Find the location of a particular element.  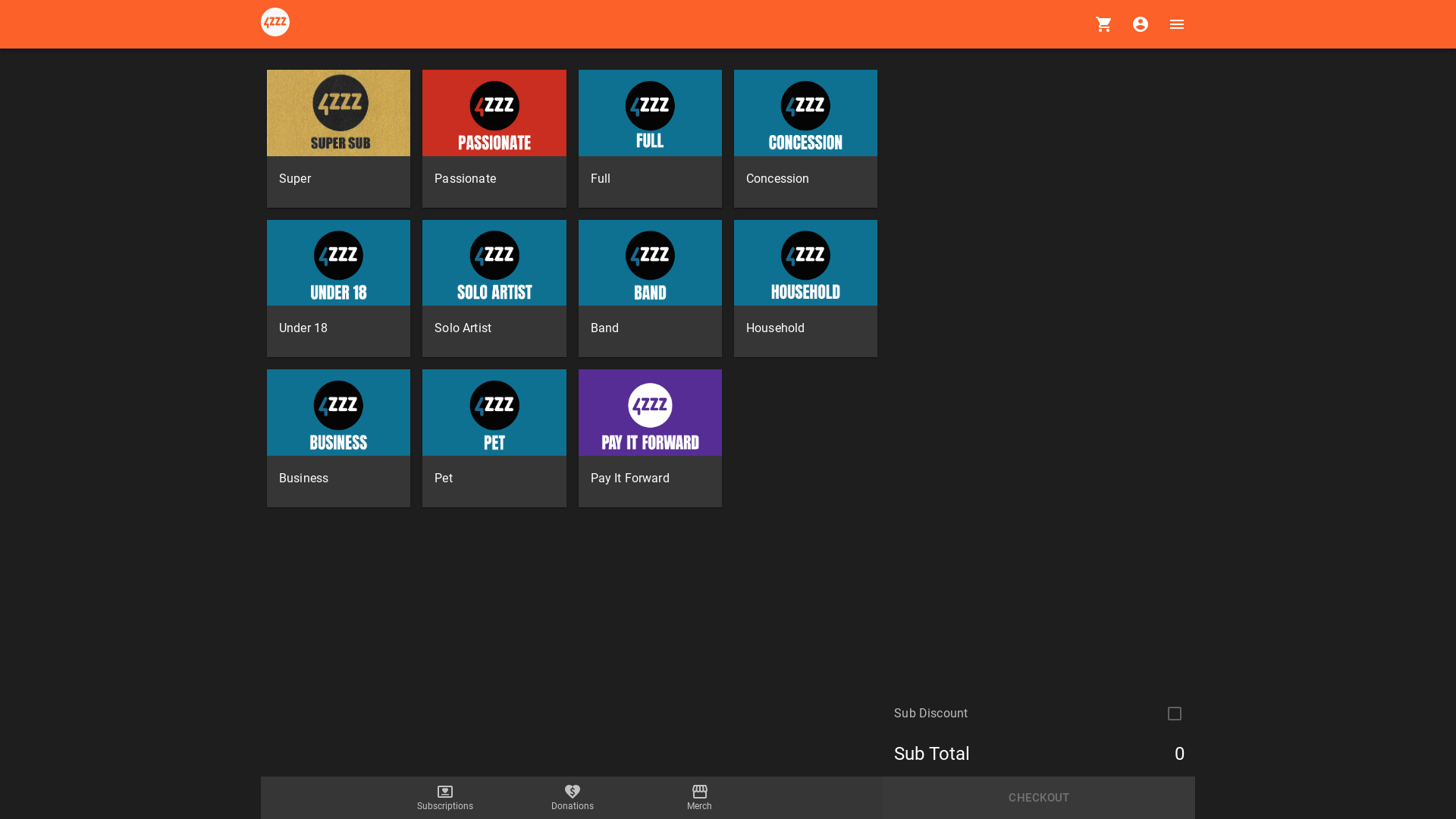

'Pay It Forward' is located at coordinates (650, 438).